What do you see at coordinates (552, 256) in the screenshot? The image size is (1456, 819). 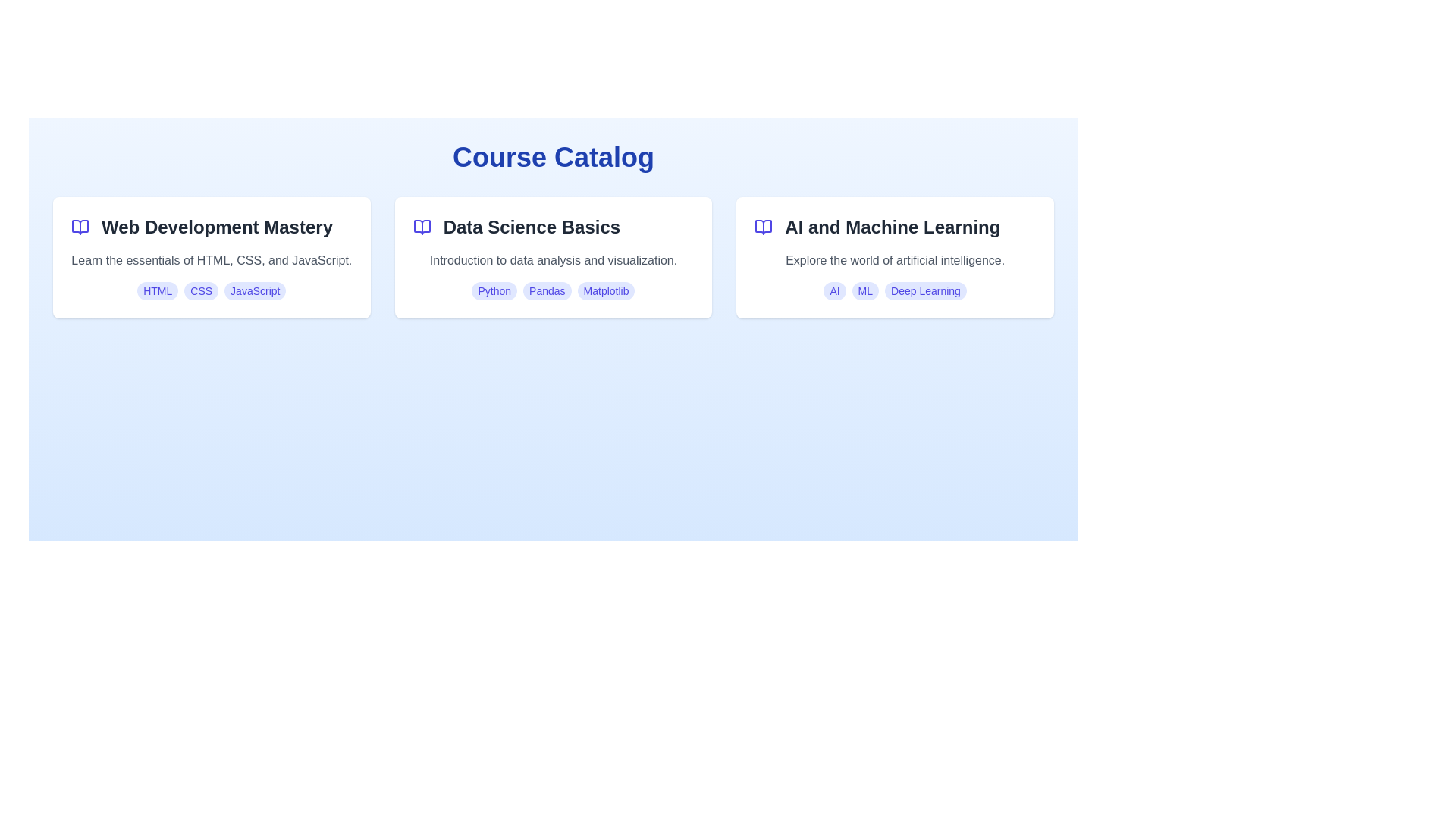 I see `the informational card for 'Data Science Basics' located centrally in the grid layout` at bounding box center [552, 256].